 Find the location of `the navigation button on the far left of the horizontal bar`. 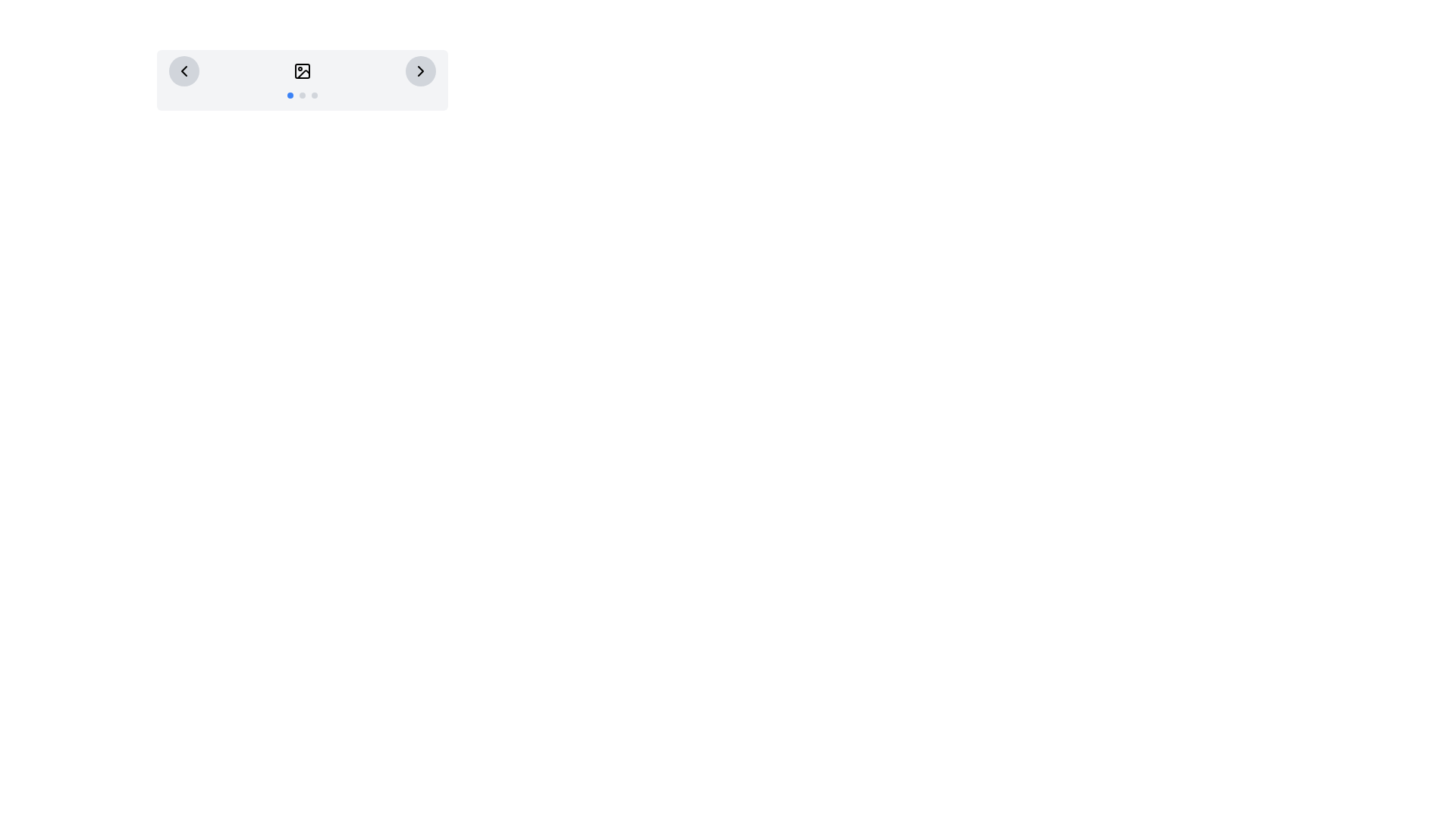

the navigation button on the far left of the horizontal bar is located at coordinates (183, 71).